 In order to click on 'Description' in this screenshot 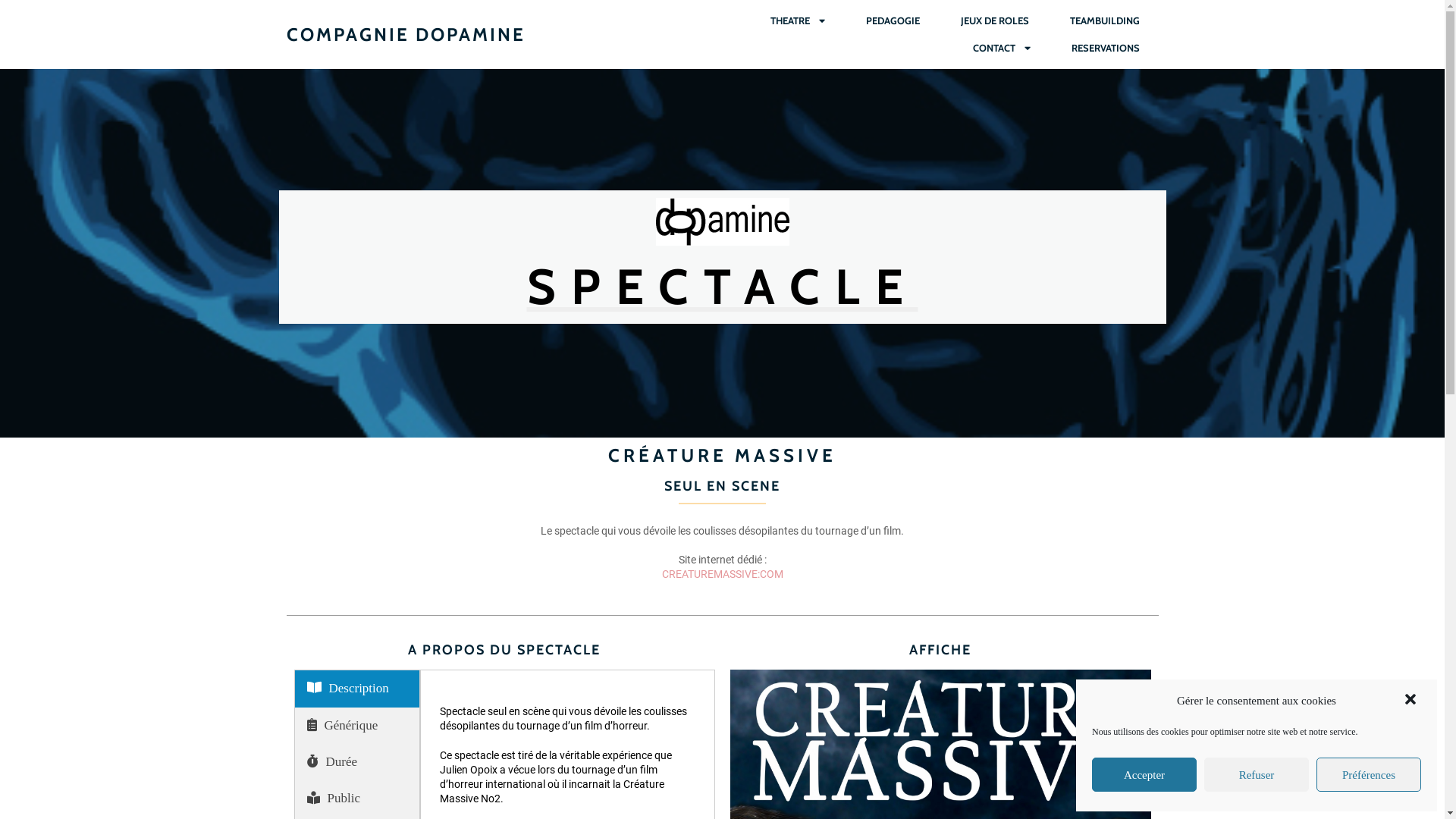, I will do `click(294, 688)`.